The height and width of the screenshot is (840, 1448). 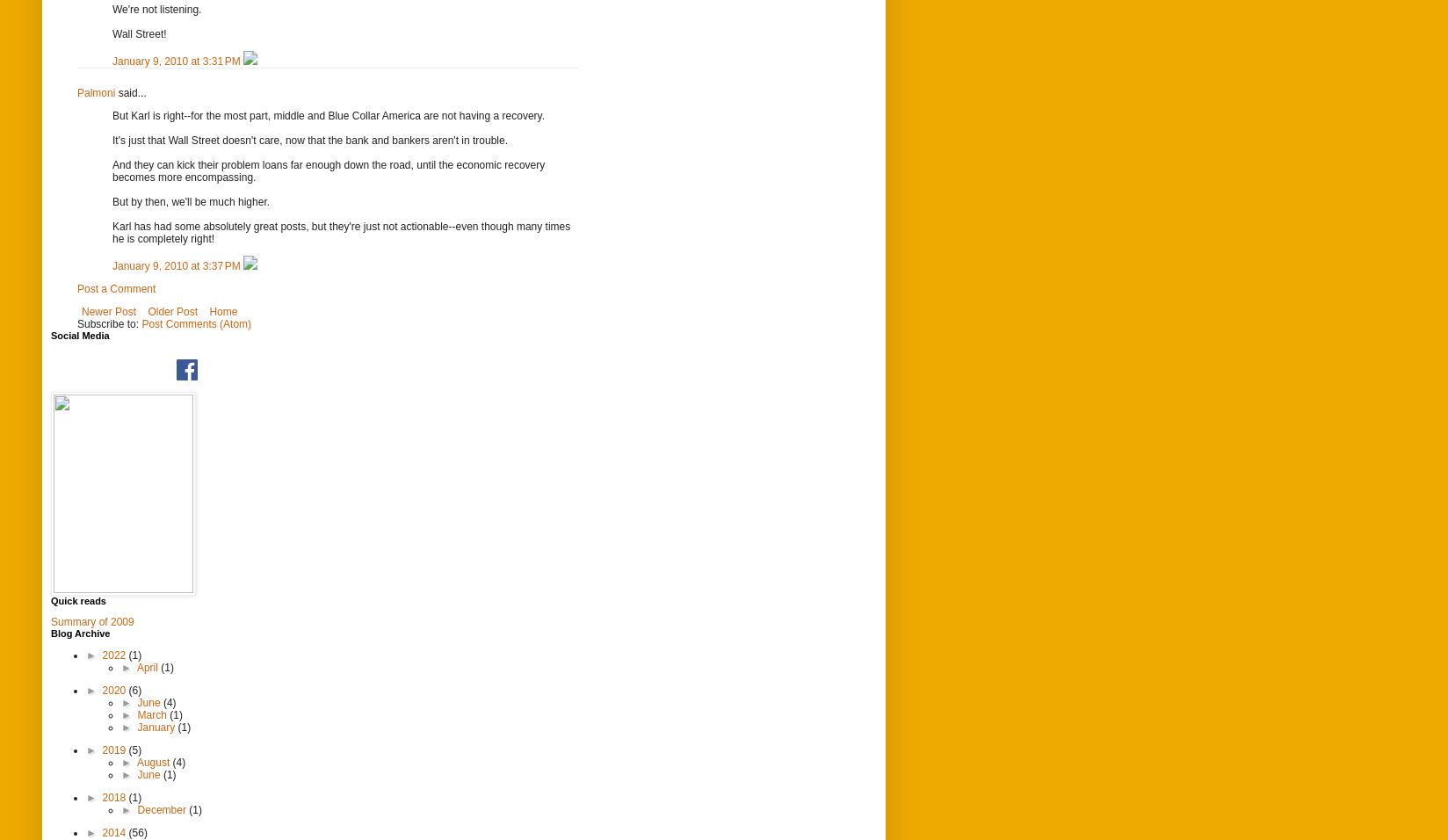 I want to click on 'April', so click(x=148, y=665).